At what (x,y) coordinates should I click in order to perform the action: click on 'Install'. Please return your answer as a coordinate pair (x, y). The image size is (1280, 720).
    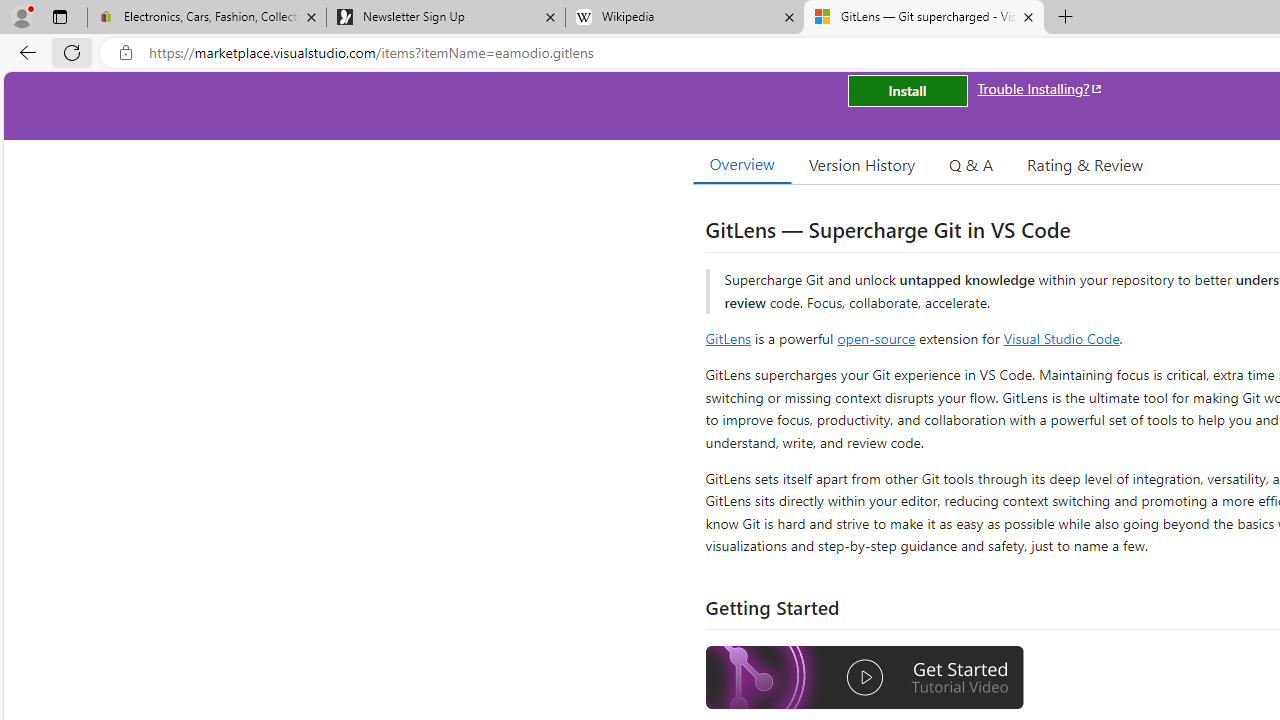
    Looking at the image, I should click on (906, 91).